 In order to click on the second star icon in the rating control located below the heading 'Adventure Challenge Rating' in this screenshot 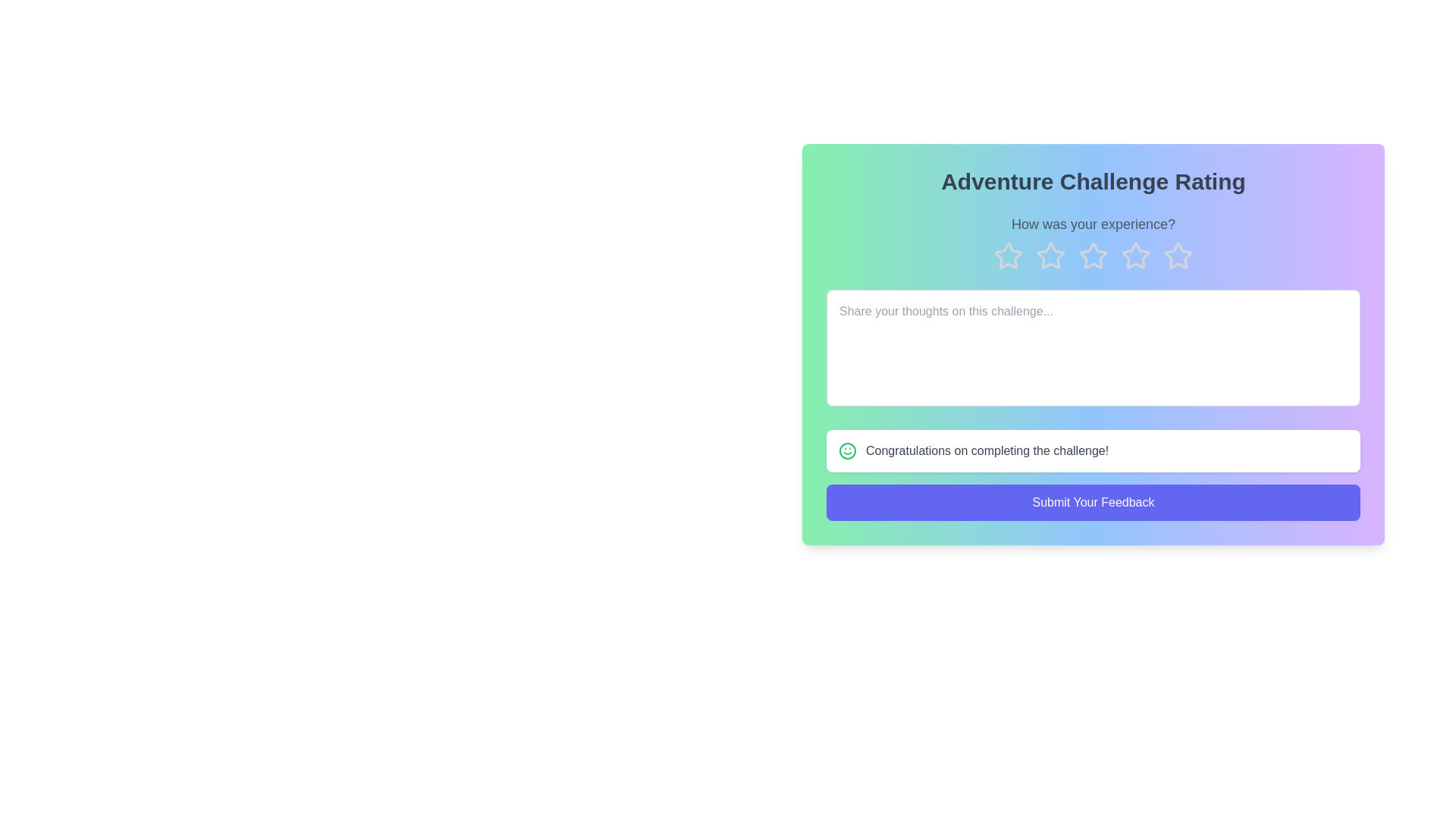, I will do `click(1050, 255)`.